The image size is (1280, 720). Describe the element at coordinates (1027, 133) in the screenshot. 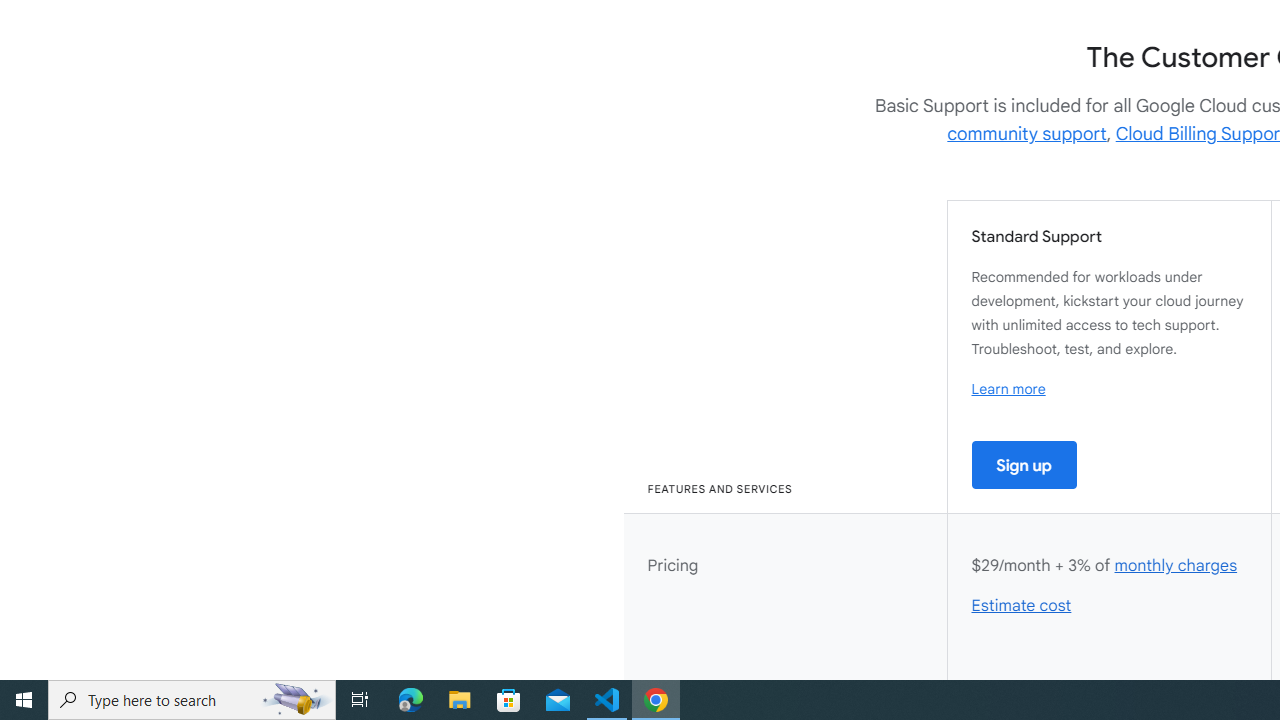

I see `'community support'` at that location.